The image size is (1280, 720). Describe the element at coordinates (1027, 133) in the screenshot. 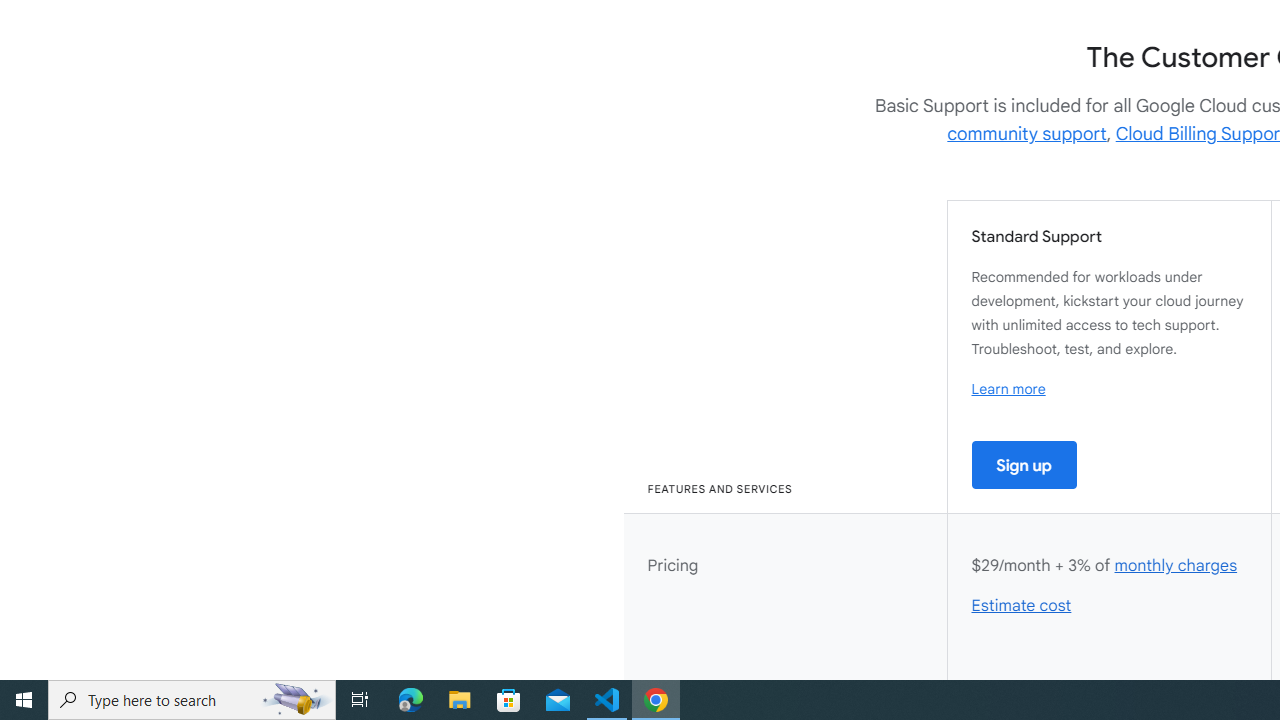

I see `'community support'` at that location.